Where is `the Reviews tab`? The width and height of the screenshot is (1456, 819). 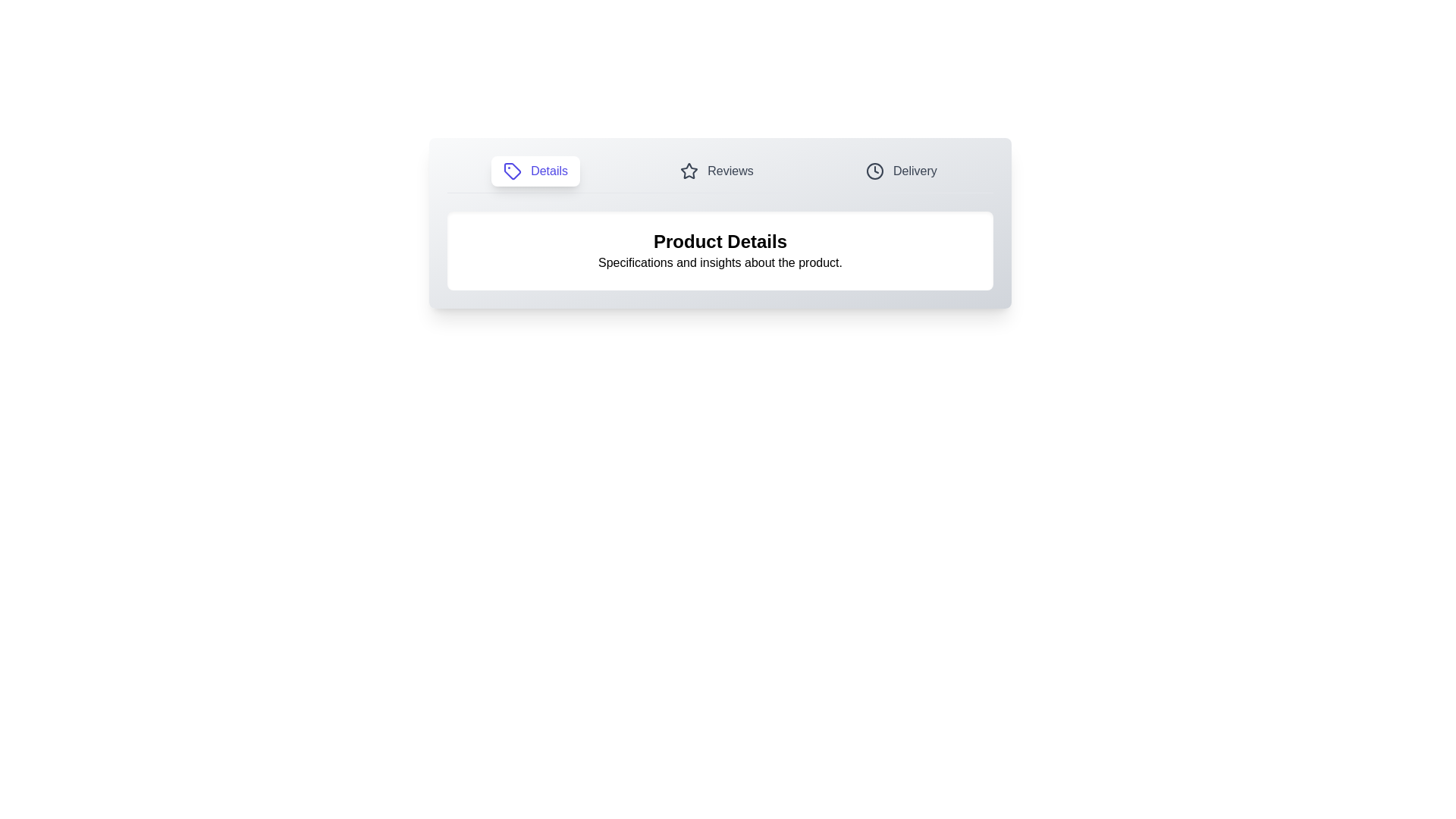 the Reviews tab is located at coordinates (716, 171).